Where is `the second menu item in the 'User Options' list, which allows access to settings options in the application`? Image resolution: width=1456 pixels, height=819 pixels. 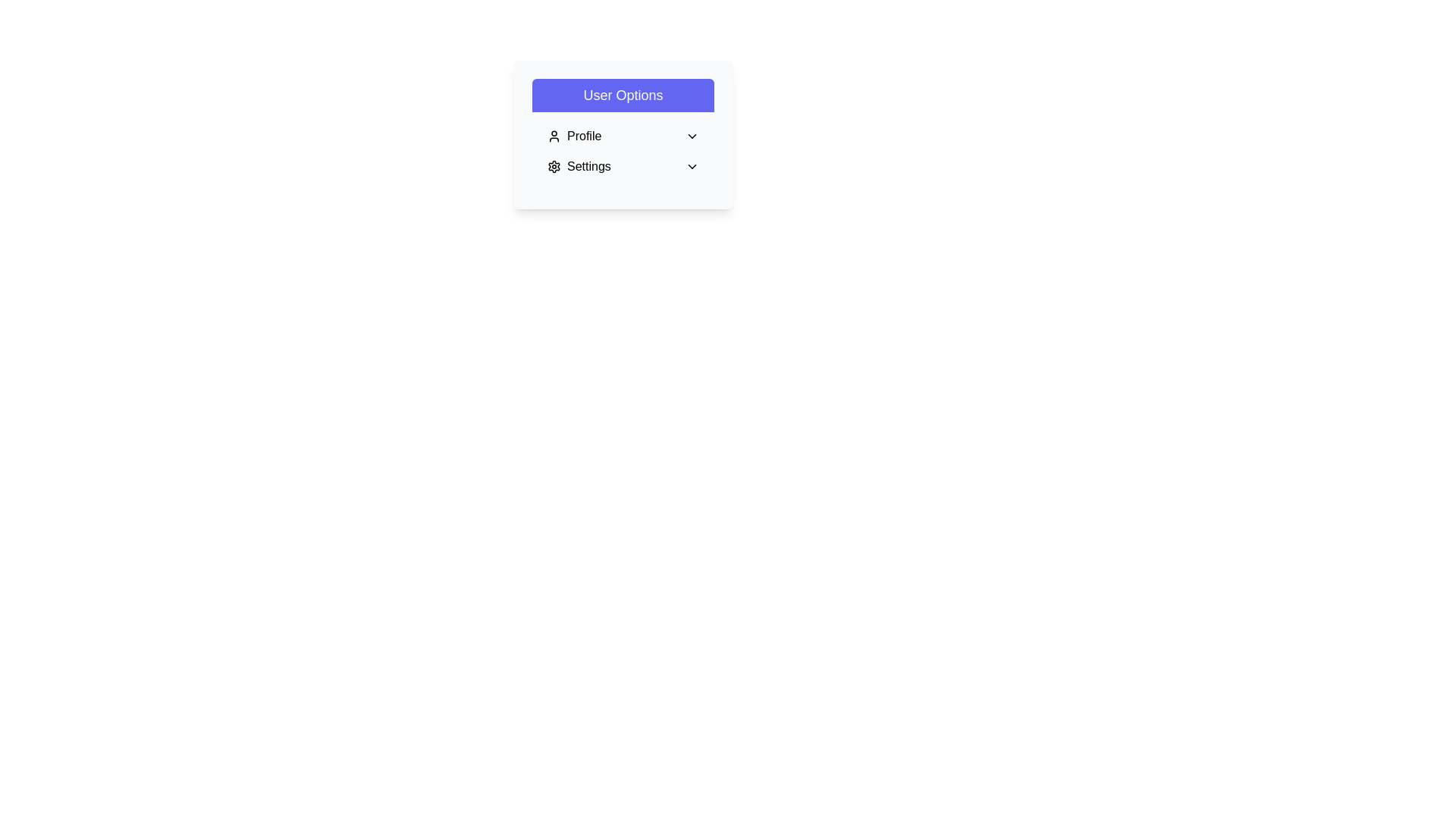 the second menu item in the 'User Options' list, which allows access to settings options in the application is located at coordinates (578, 166).